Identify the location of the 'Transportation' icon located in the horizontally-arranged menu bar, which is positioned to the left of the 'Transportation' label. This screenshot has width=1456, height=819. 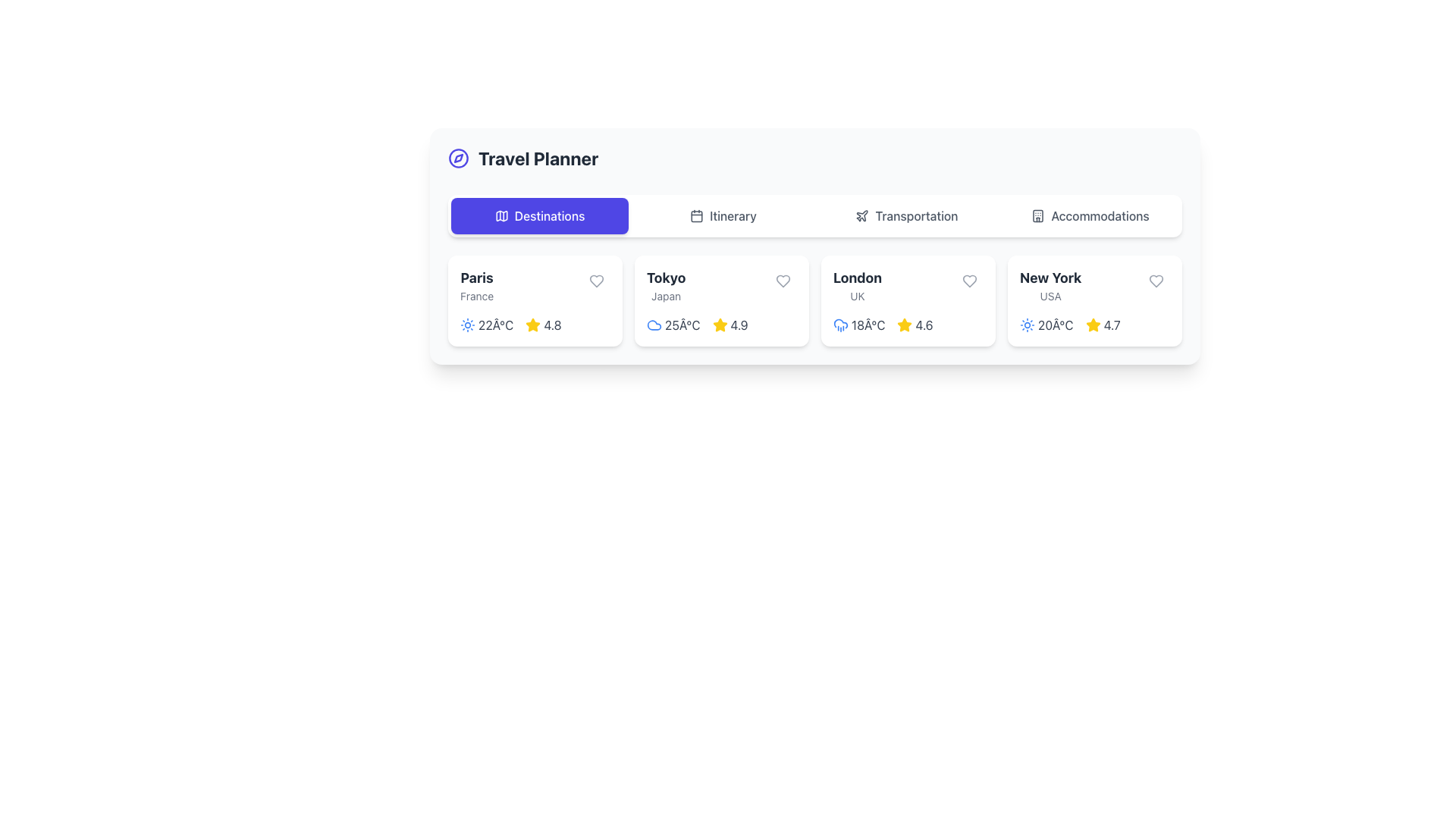
(862, 216).